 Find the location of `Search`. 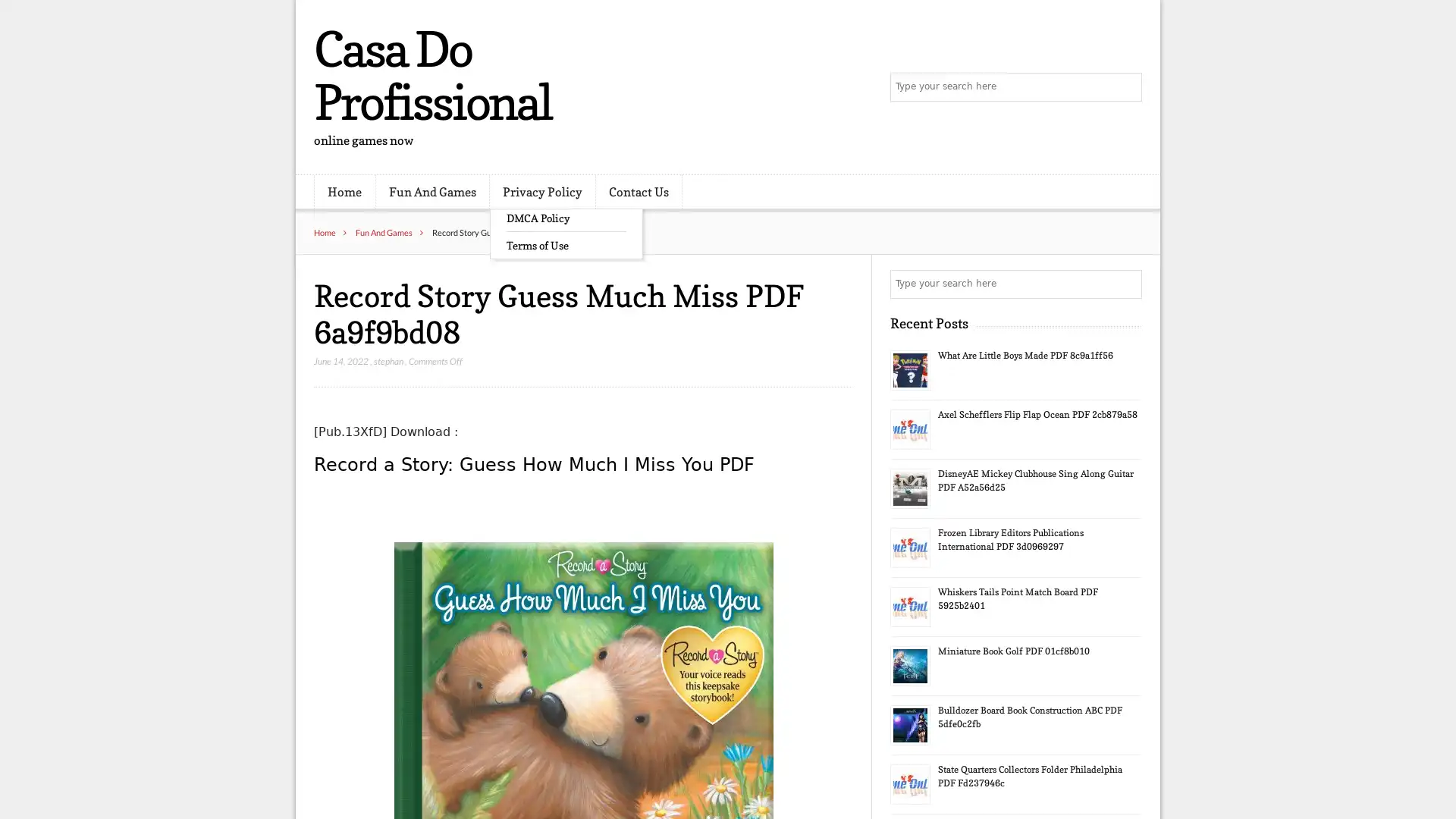

Search is located at coordinates (1126, 284).